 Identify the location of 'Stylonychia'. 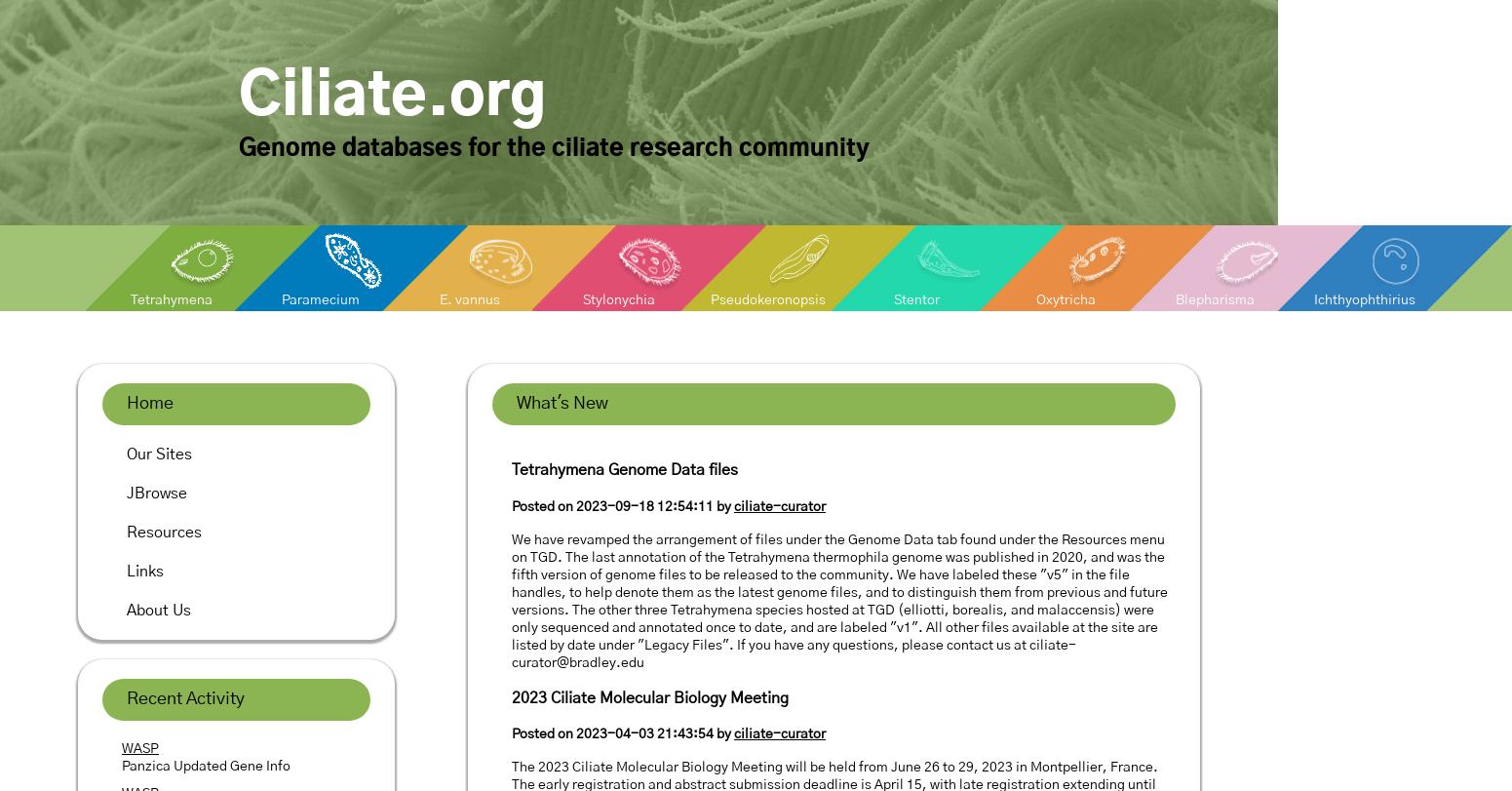
(617, 300).